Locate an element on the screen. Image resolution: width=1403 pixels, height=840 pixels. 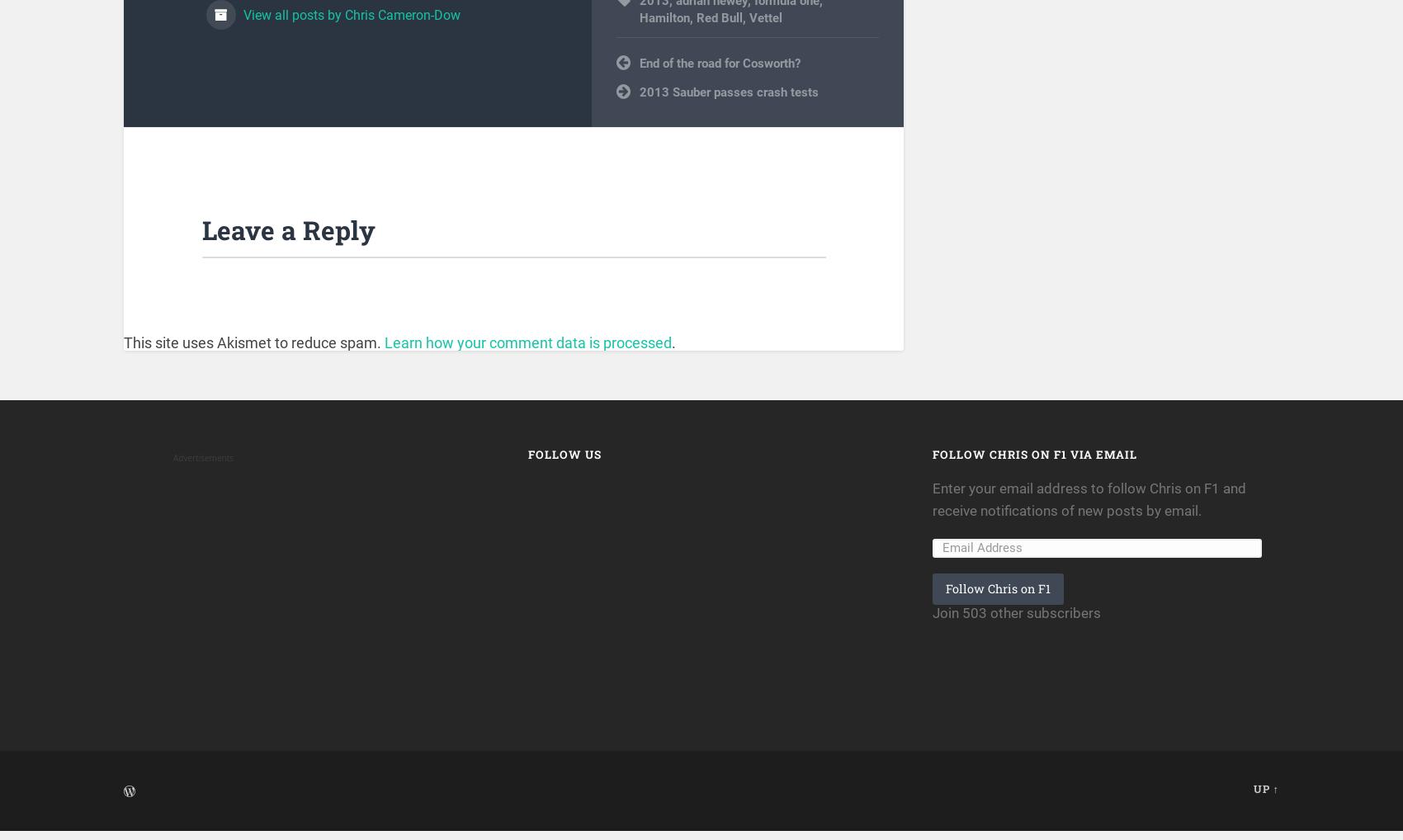
'Follow Chris on F1 via Email' is located at coordinates (1033, 464).